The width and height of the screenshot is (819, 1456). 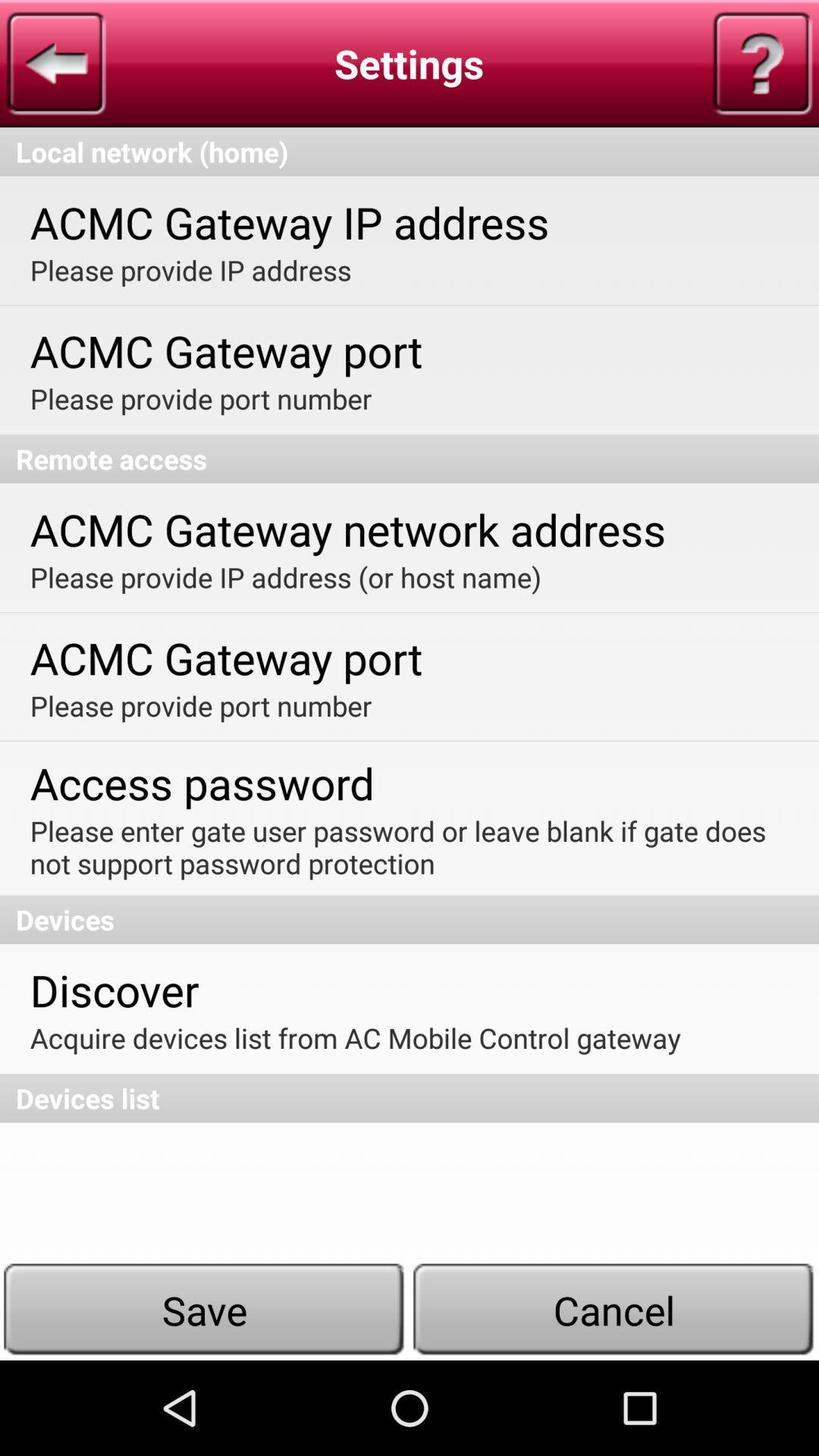 I want to click on the button which is on the left of settings, so click(x=55, y=63).